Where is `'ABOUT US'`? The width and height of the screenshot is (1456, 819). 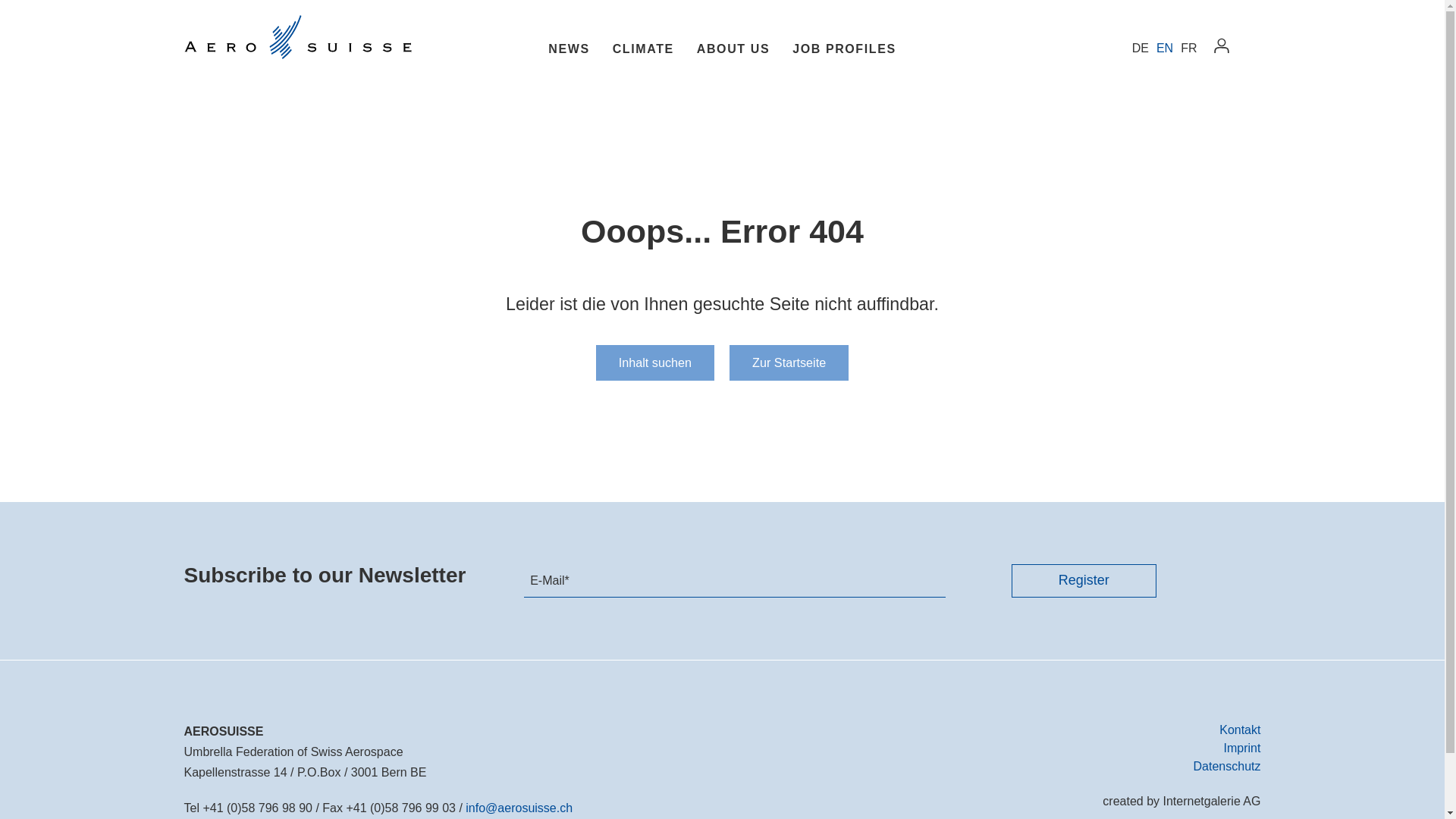 'ABOUT US' is located at coordinates (733, 44).